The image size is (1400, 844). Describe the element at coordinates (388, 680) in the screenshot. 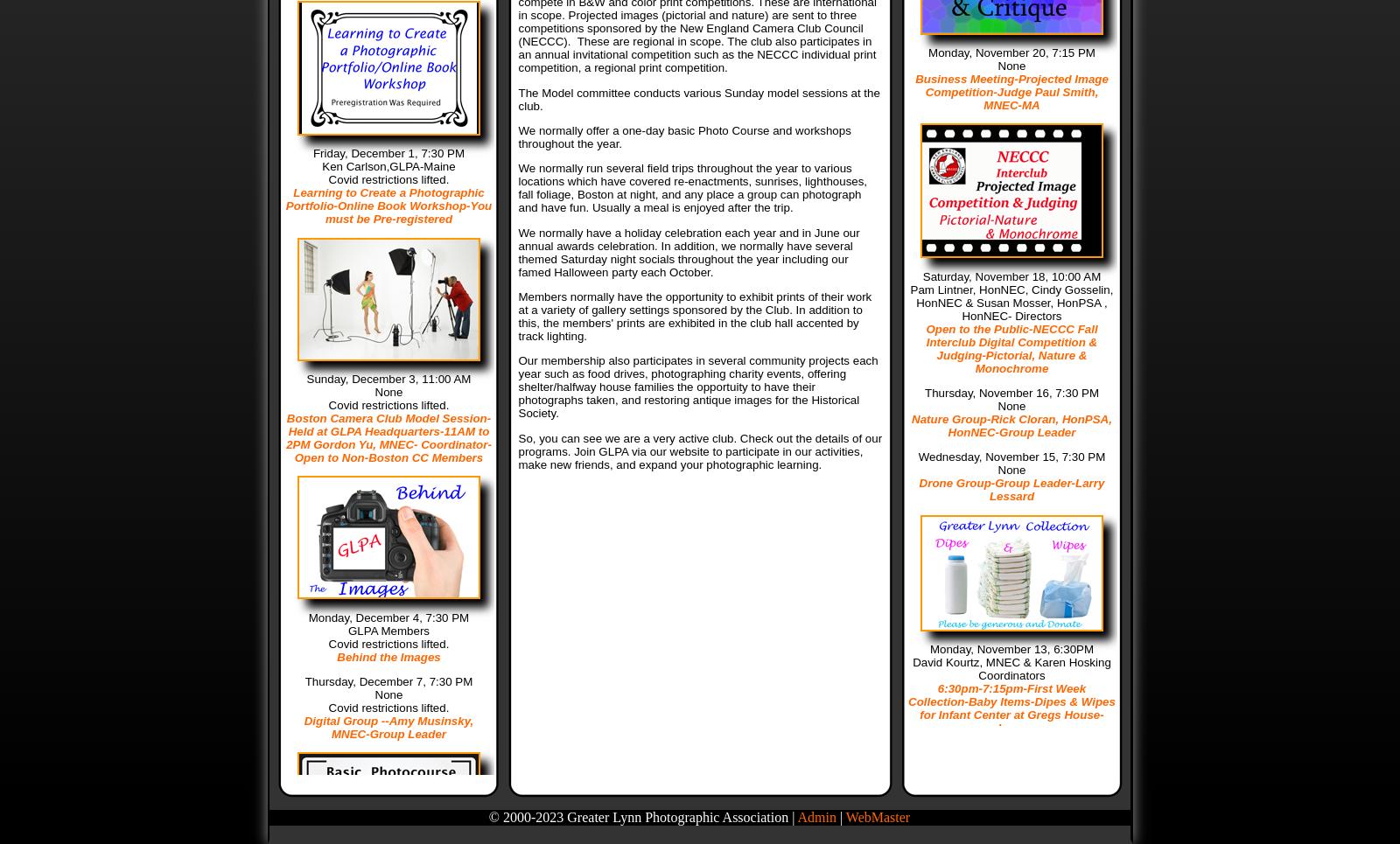

I see `'Thursday, December 7, 7:30 PM'` at that location.